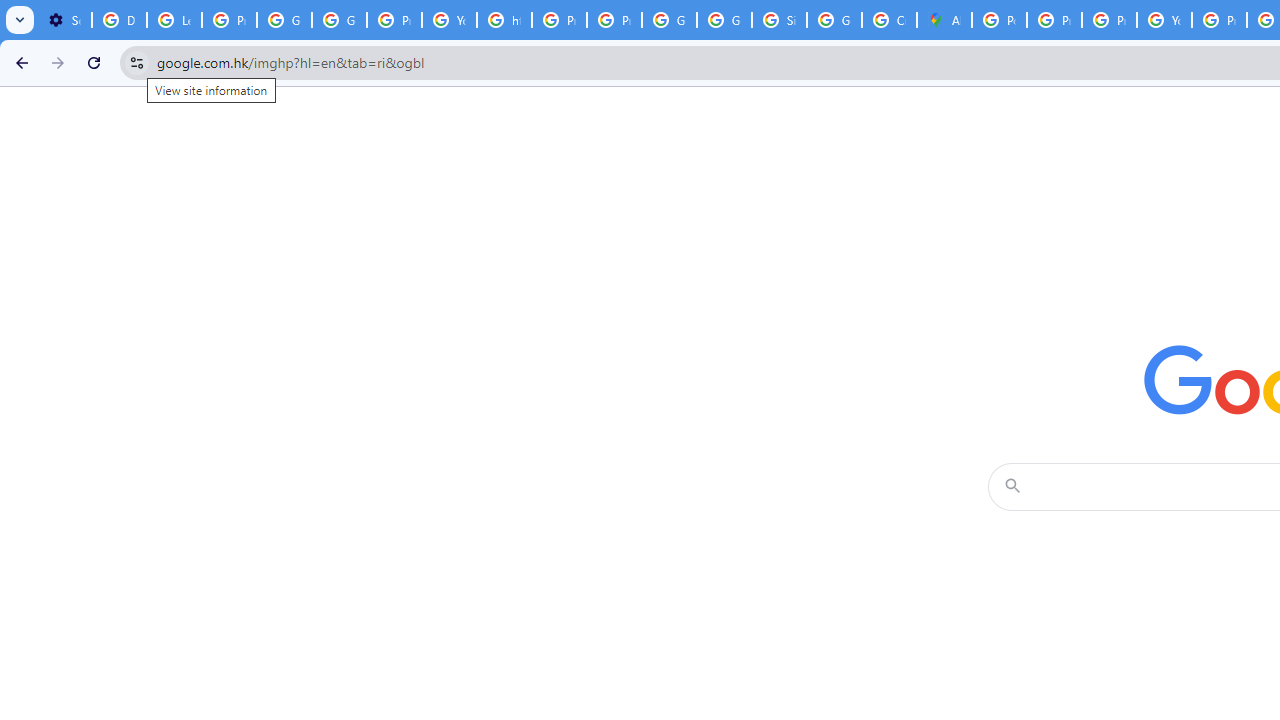 This screenshot has height=720, width=1280. What do you see at coordinates (887, 20) in the screenshot?
I see `'Create your Google Account'` at bounding box center [887, 20].